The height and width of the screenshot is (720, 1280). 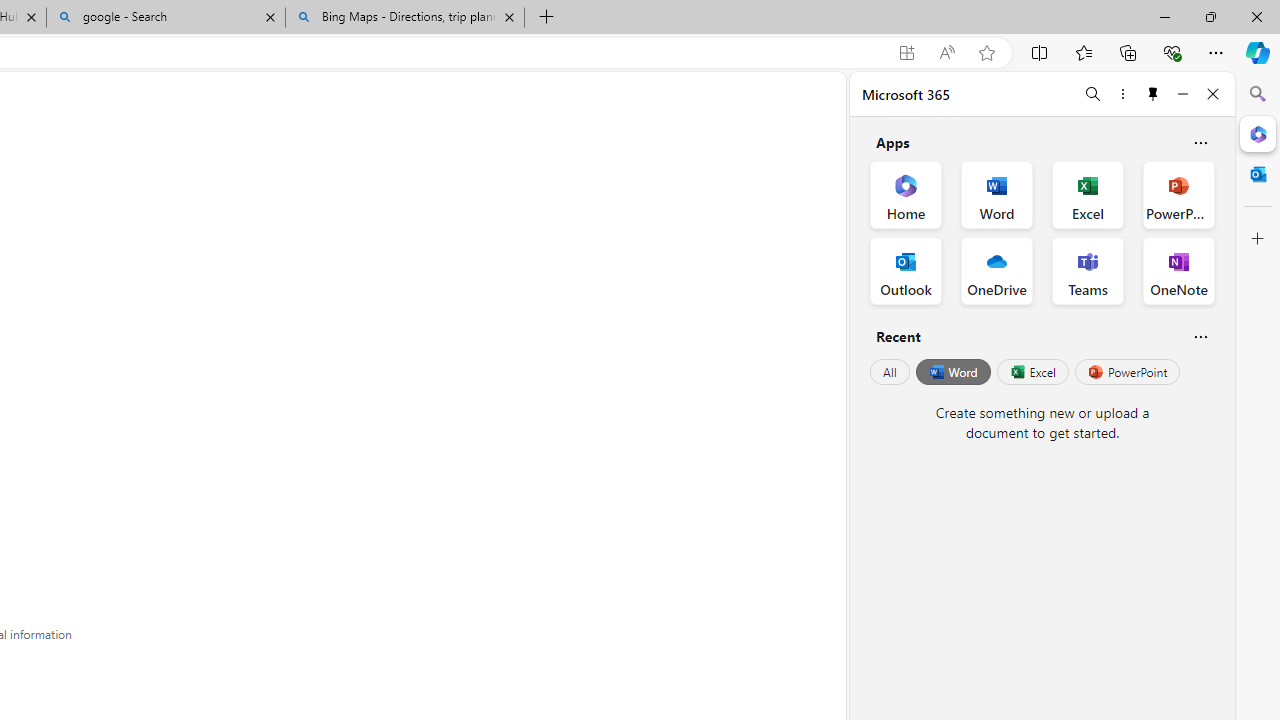 I want to click on 'App available. Install GitHub', so click(x=905, y=52).